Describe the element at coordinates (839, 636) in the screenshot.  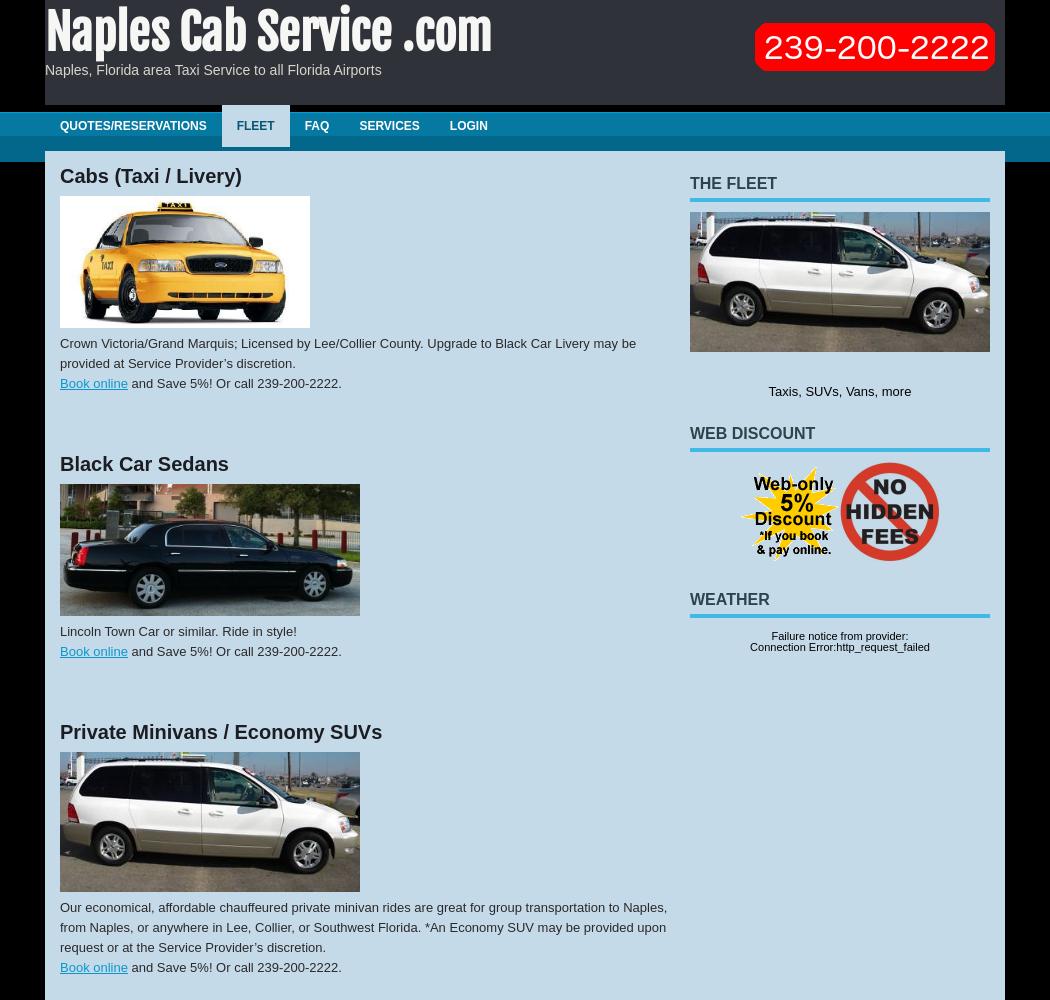
I see `'Failure notice from provider:'` at that location.